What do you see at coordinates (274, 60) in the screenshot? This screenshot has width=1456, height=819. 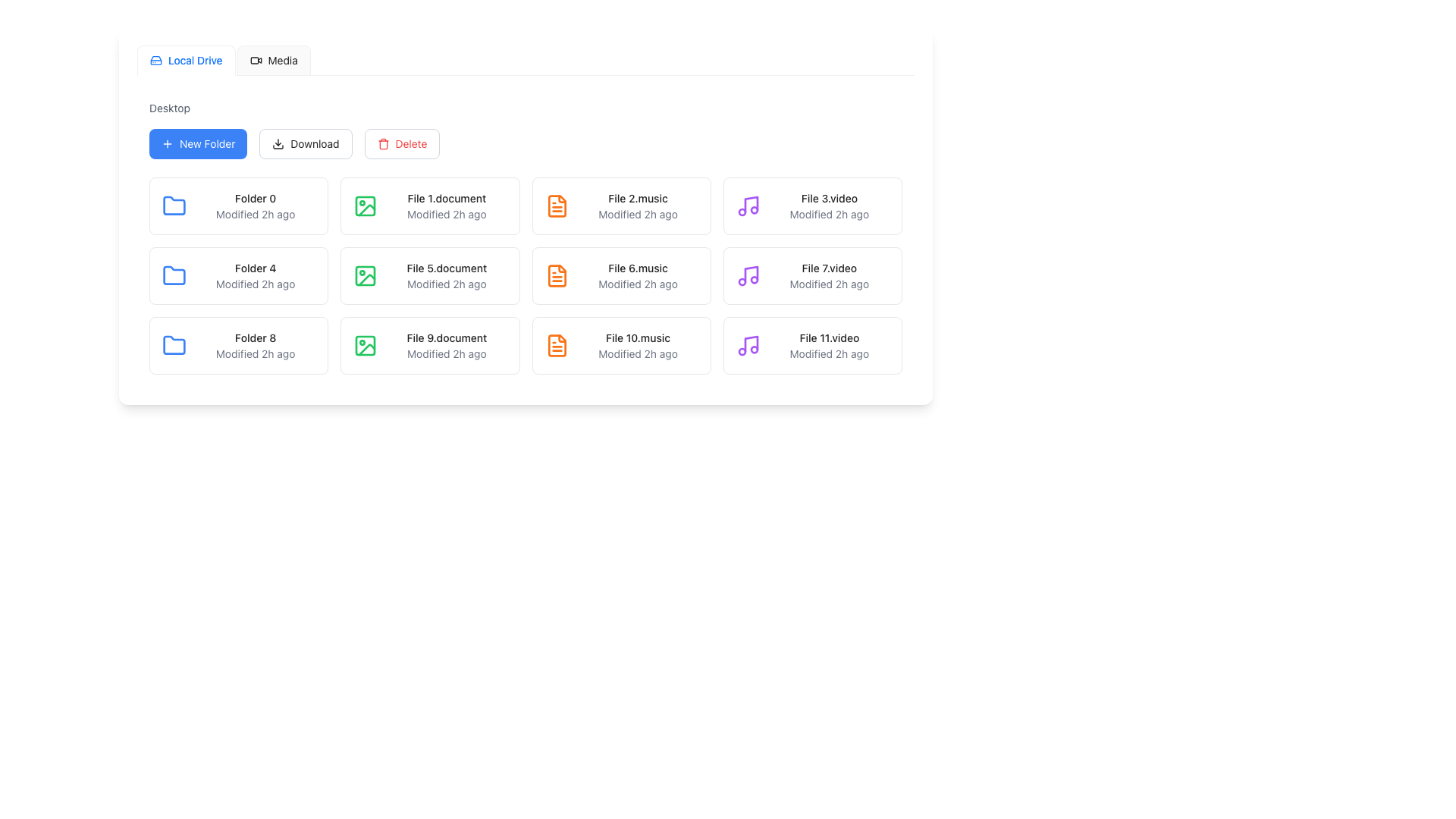 I see `the 'Media' tab` at bounding box center [274, 60].